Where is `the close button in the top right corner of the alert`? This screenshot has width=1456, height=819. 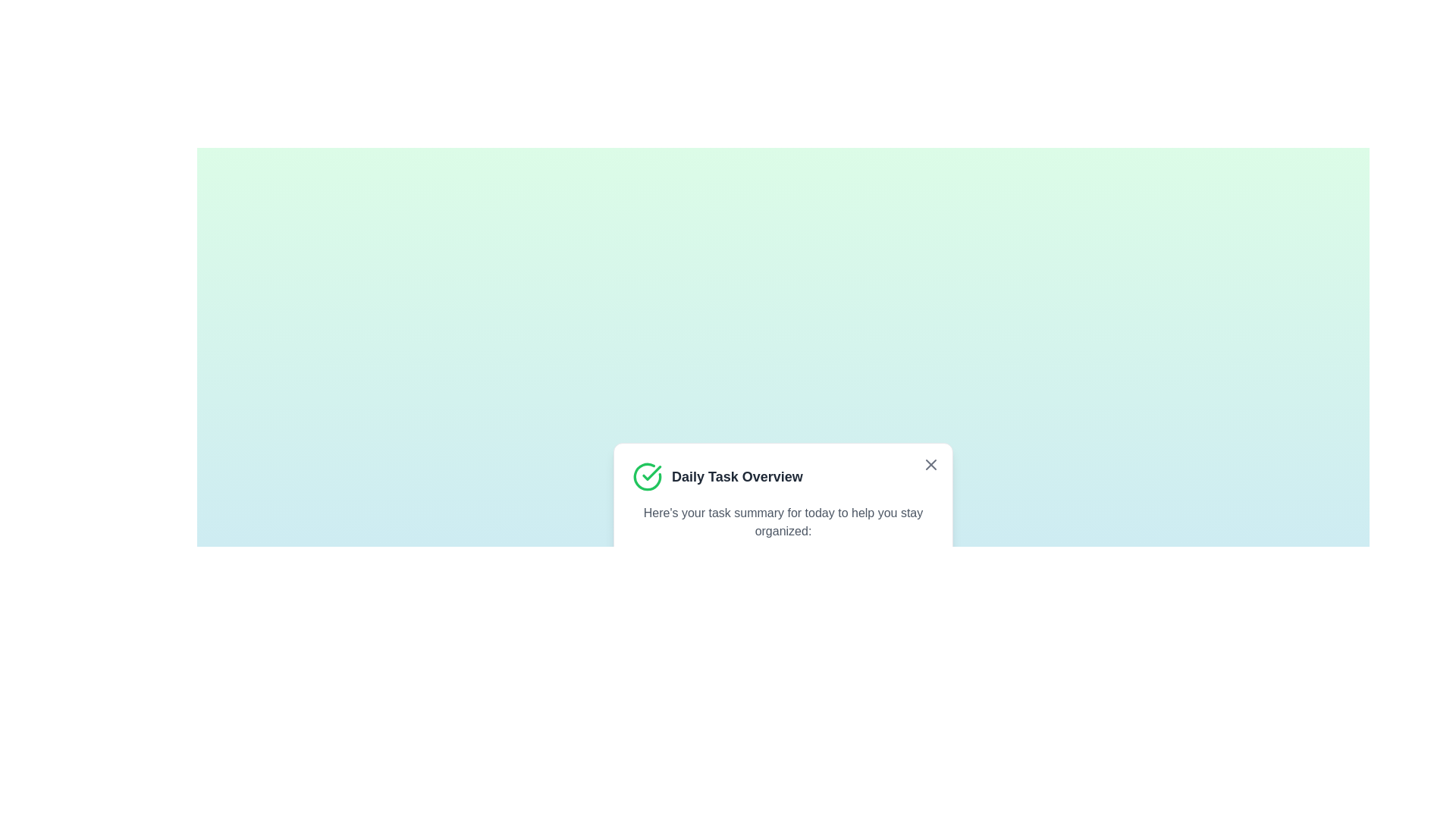
the close button in the top right corner of the alert is located at coordinates (930, 464).